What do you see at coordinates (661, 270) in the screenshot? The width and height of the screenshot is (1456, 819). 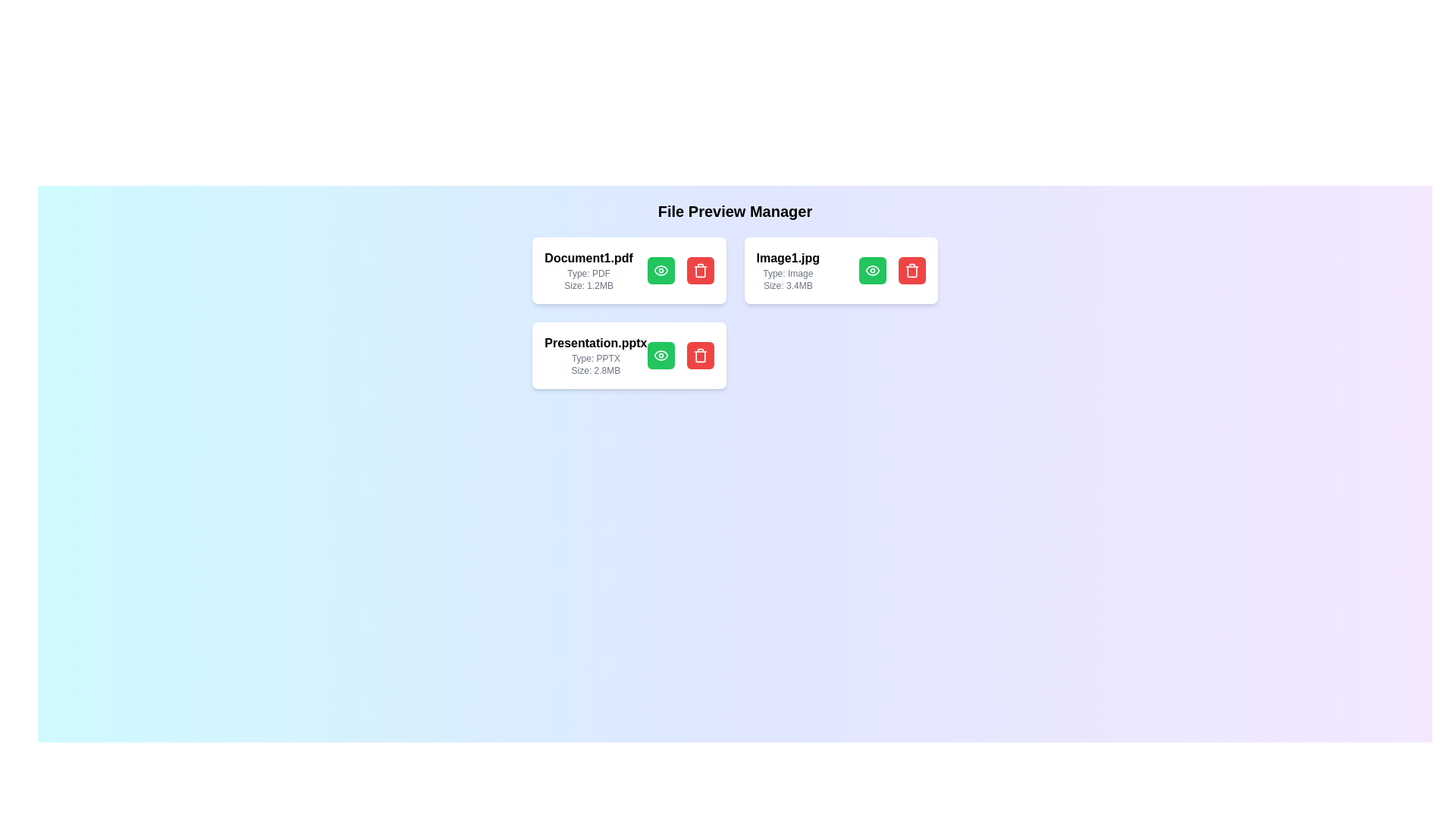 I see `the green button with a white eye icon located next to the 'Document1.pdf' file details in the top-left card of the file list` at bounding box center [661, 270].